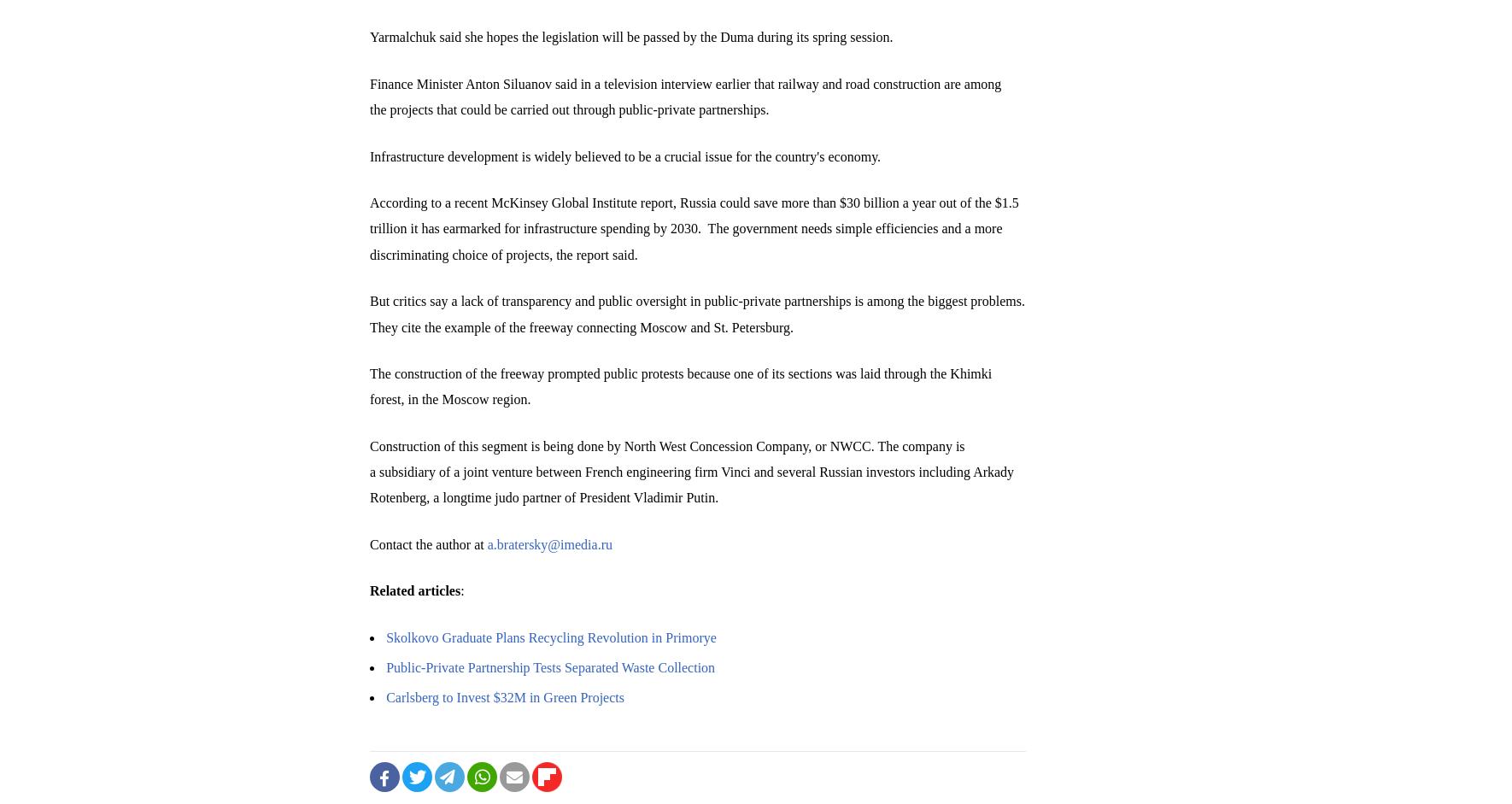 The width and height of the screenshot is (1512, 804). What do you see at coordinates (696, 314) in the screenshot?
I see `'But critics say a lack of transparency and public oversight in public-private partnerships is among the biggest problems. They cite the example of the freeway connecting Moscow and St. Petersburg.'` at bounding box center [696, 314].